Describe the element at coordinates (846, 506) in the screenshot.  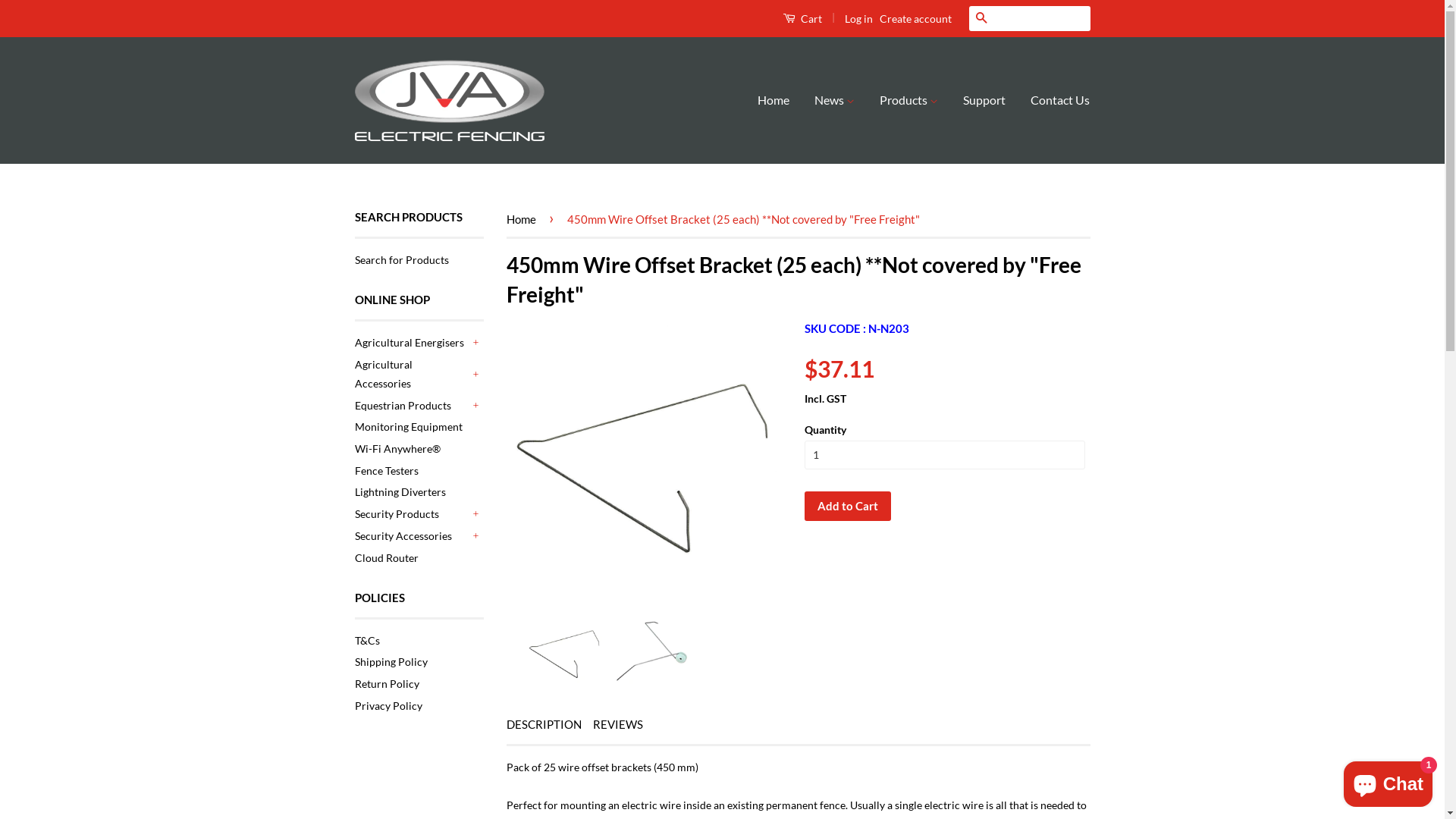
I see `'Add to Cart'` at that location.